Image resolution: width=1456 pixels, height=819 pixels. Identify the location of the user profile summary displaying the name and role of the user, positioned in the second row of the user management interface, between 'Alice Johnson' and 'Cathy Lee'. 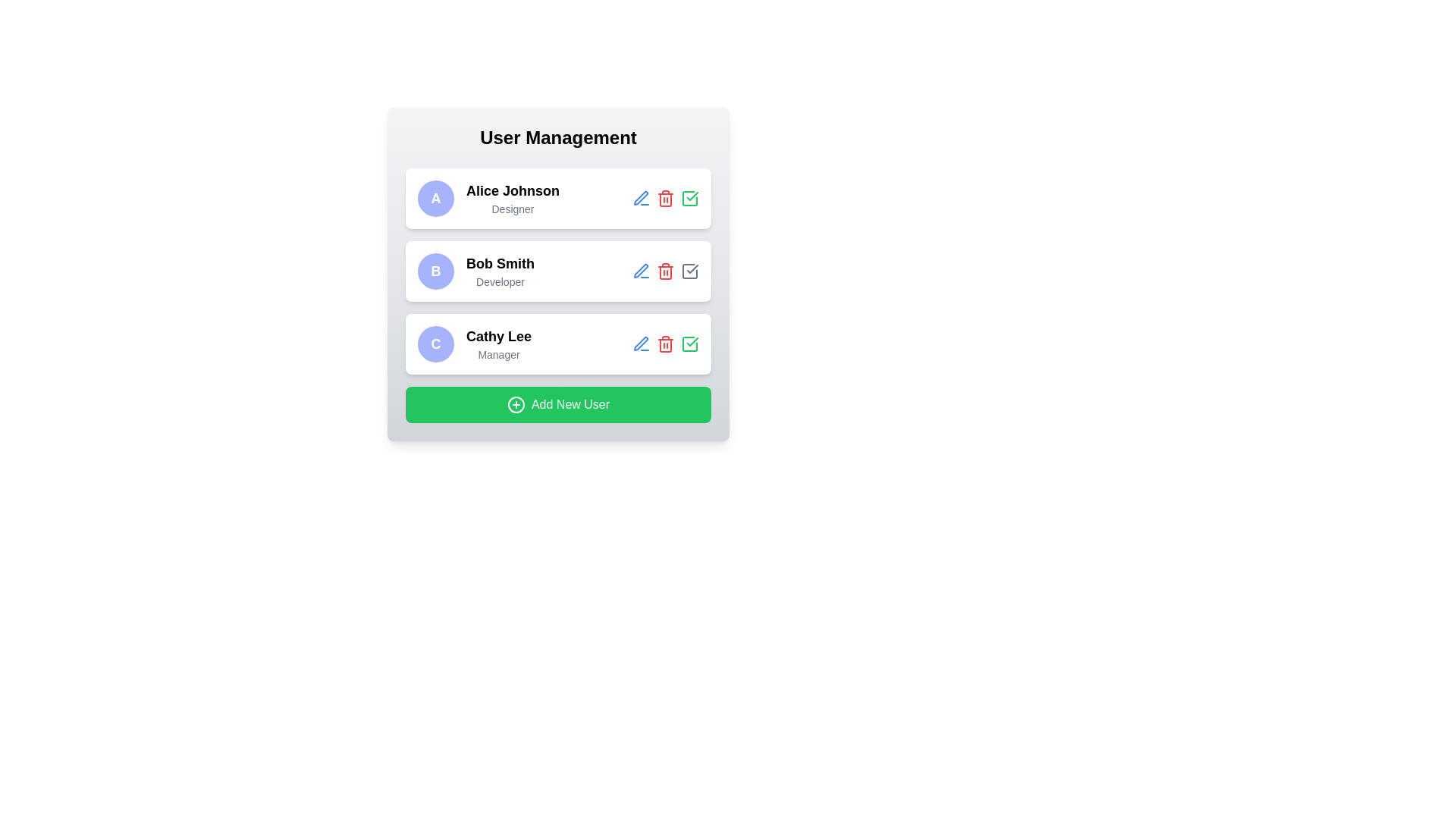
(475, 271).